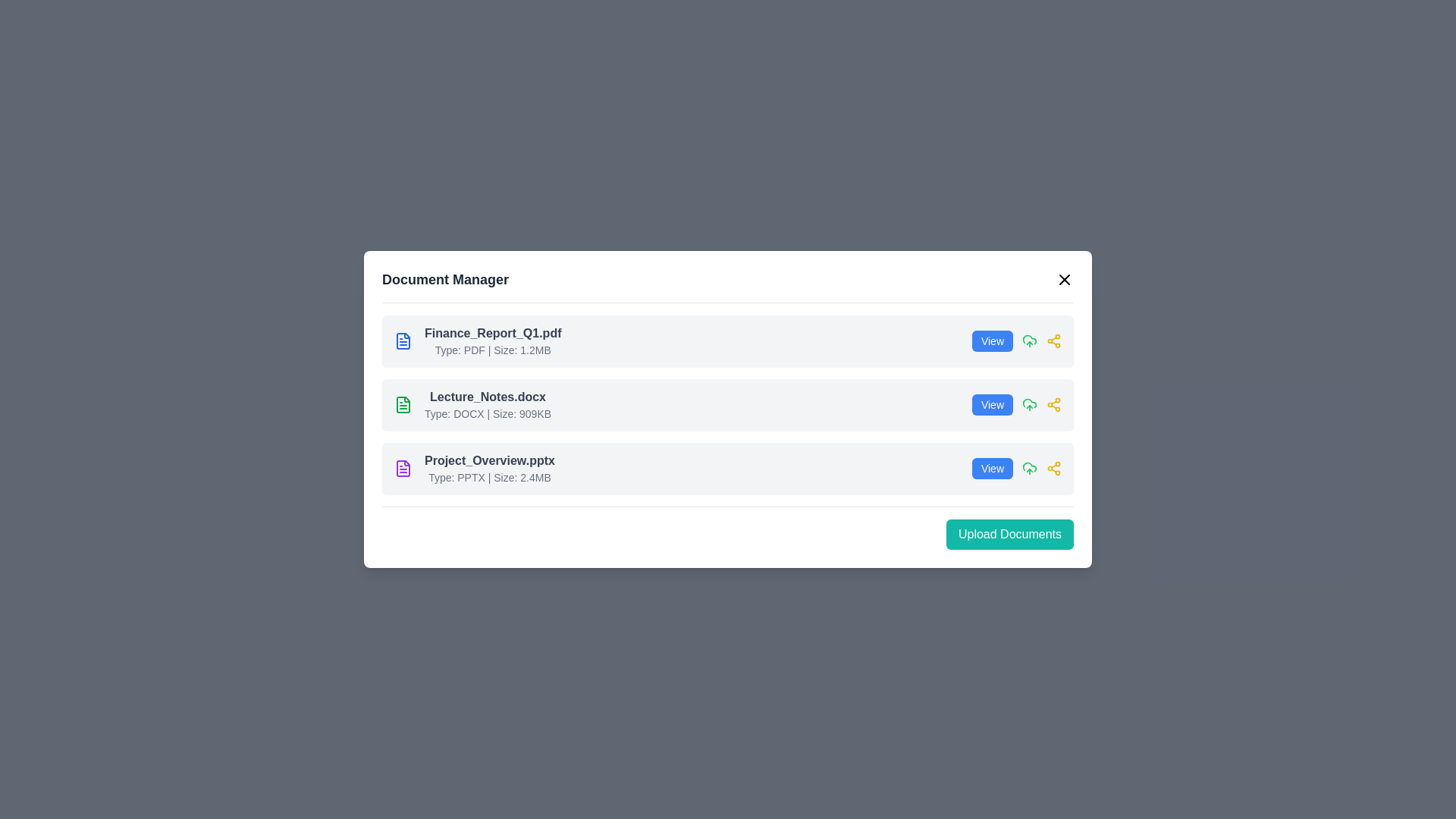 The image size is (1456, 819). What do you see at coordinates (488, 397) in the screenshot?
I see `the text label displaying the filename 'Lecture_Notes.docx', which appears in a bold, larger font style with a dark gray color within a document management interface` at bounding box center [488, 397].